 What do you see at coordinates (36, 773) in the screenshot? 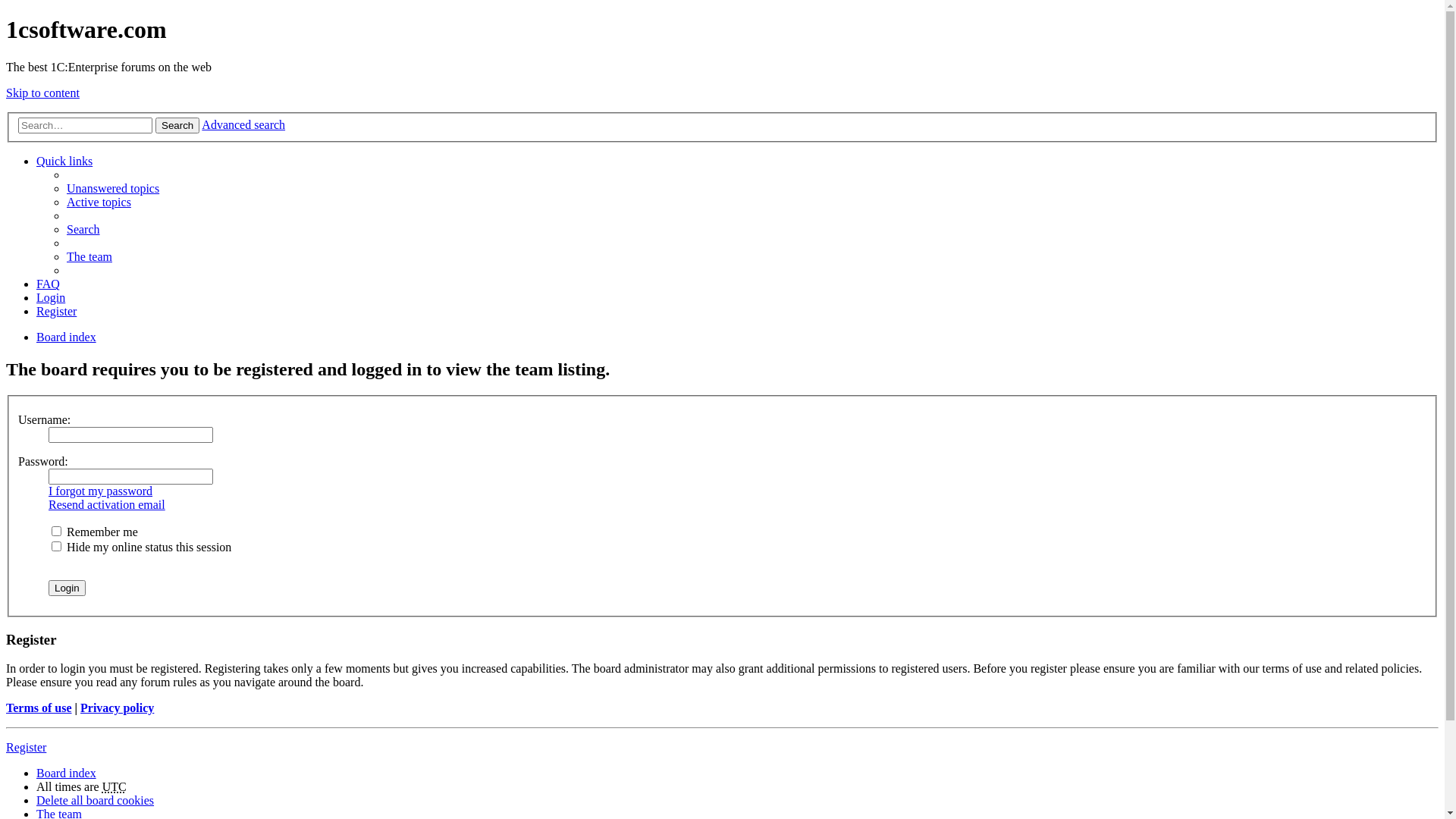
I see `'Board index'` at bounding box center [36, 773].